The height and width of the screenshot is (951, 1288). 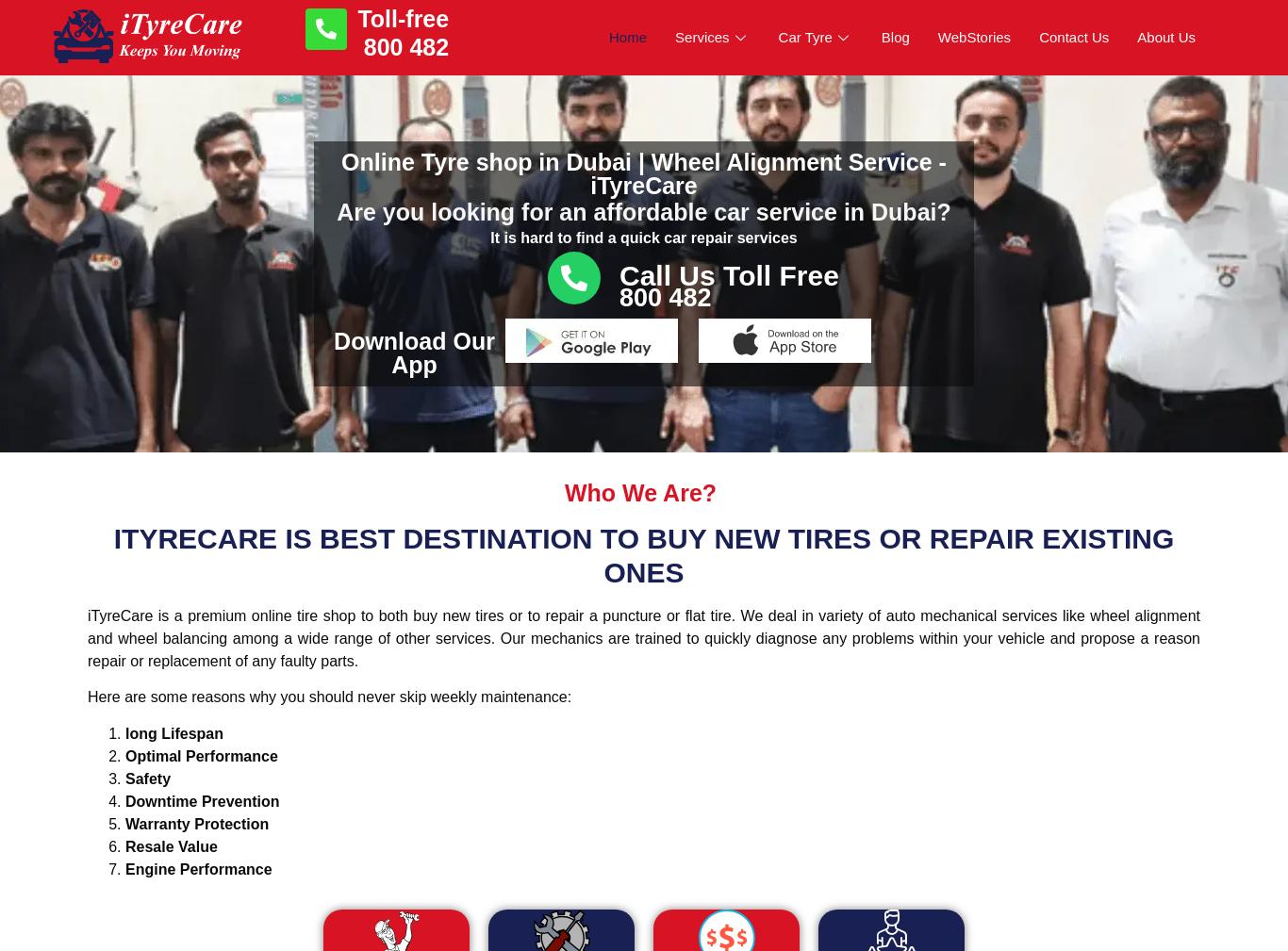 I want to click on 'Nexen Tyre', so click(x=811, y=465).